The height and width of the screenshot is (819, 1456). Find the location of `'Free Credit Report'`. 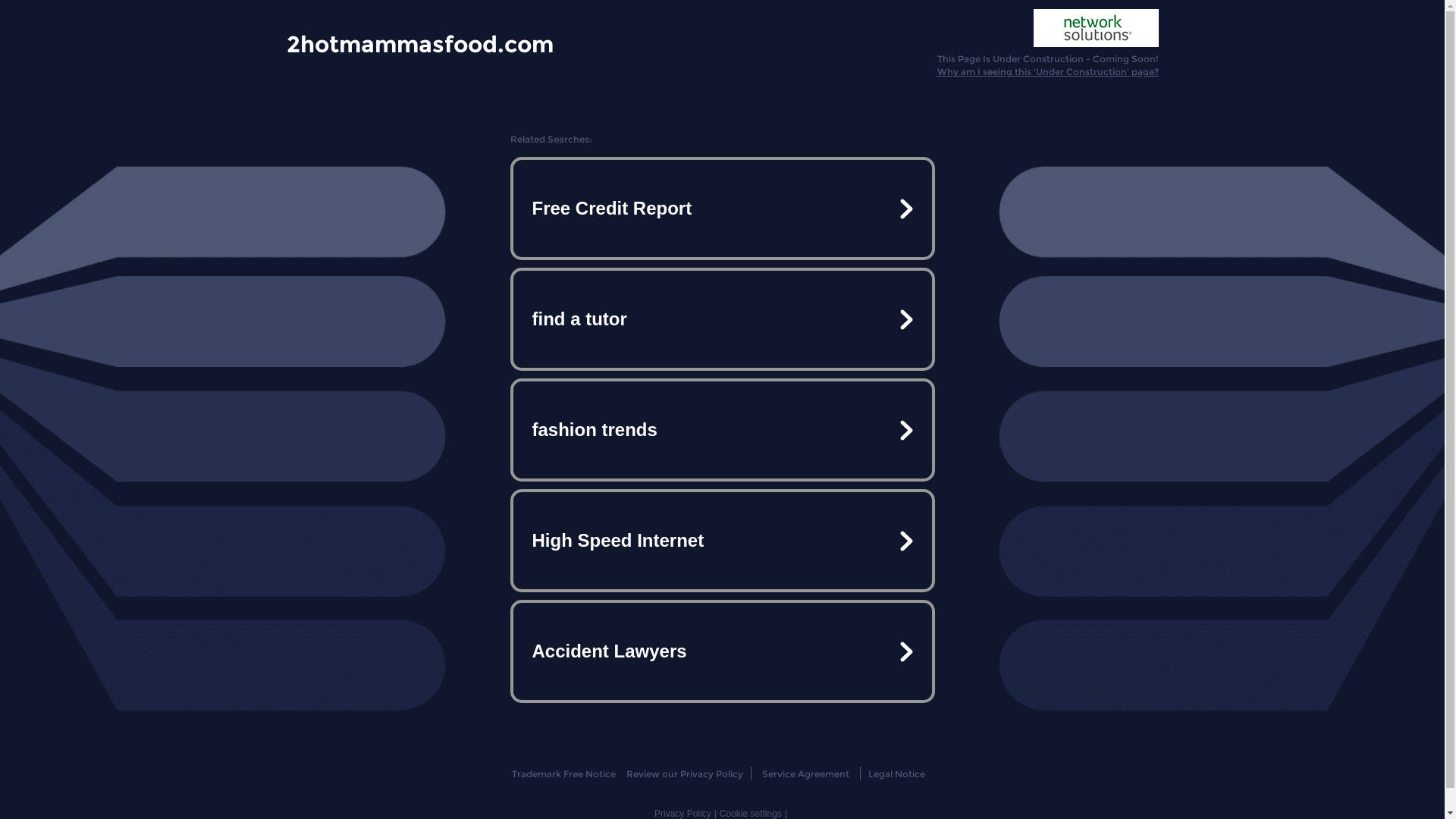

'Free Credit Report' is located at coordinates (720, 208).